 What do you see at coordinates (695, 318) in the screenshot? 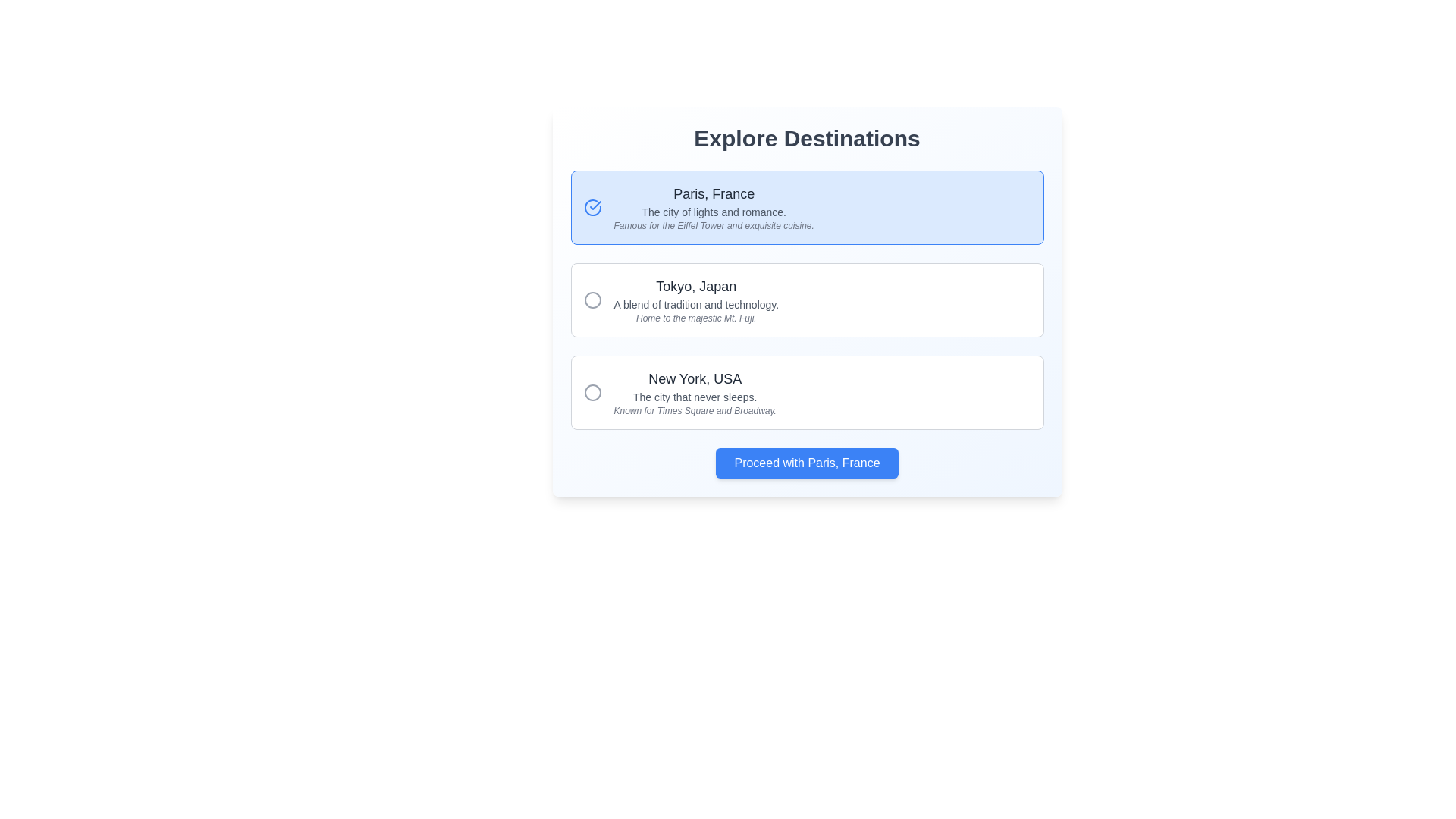
I see `the static text element that provides descriptive information about the location 'Tokyo, Japan', which is positioned beneath the text 'A blend of tradition and technology.'` at bounding box center [695, 318].